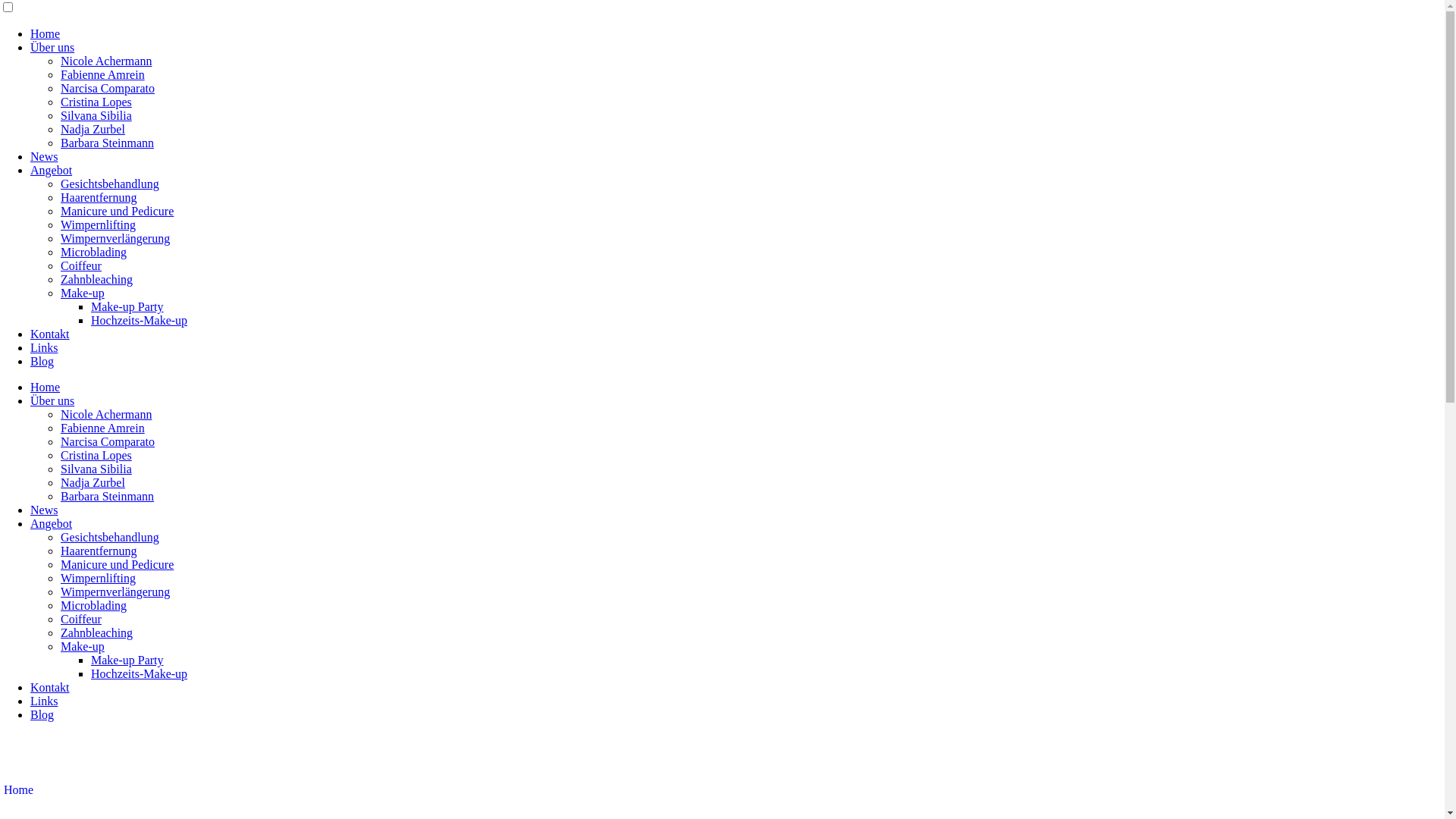 The width and height of the screenshot is (1456, 819). Describe the element at coordinates (116, 211) in the screenshot. I see `'Manicure und Pedicure'` at that location.